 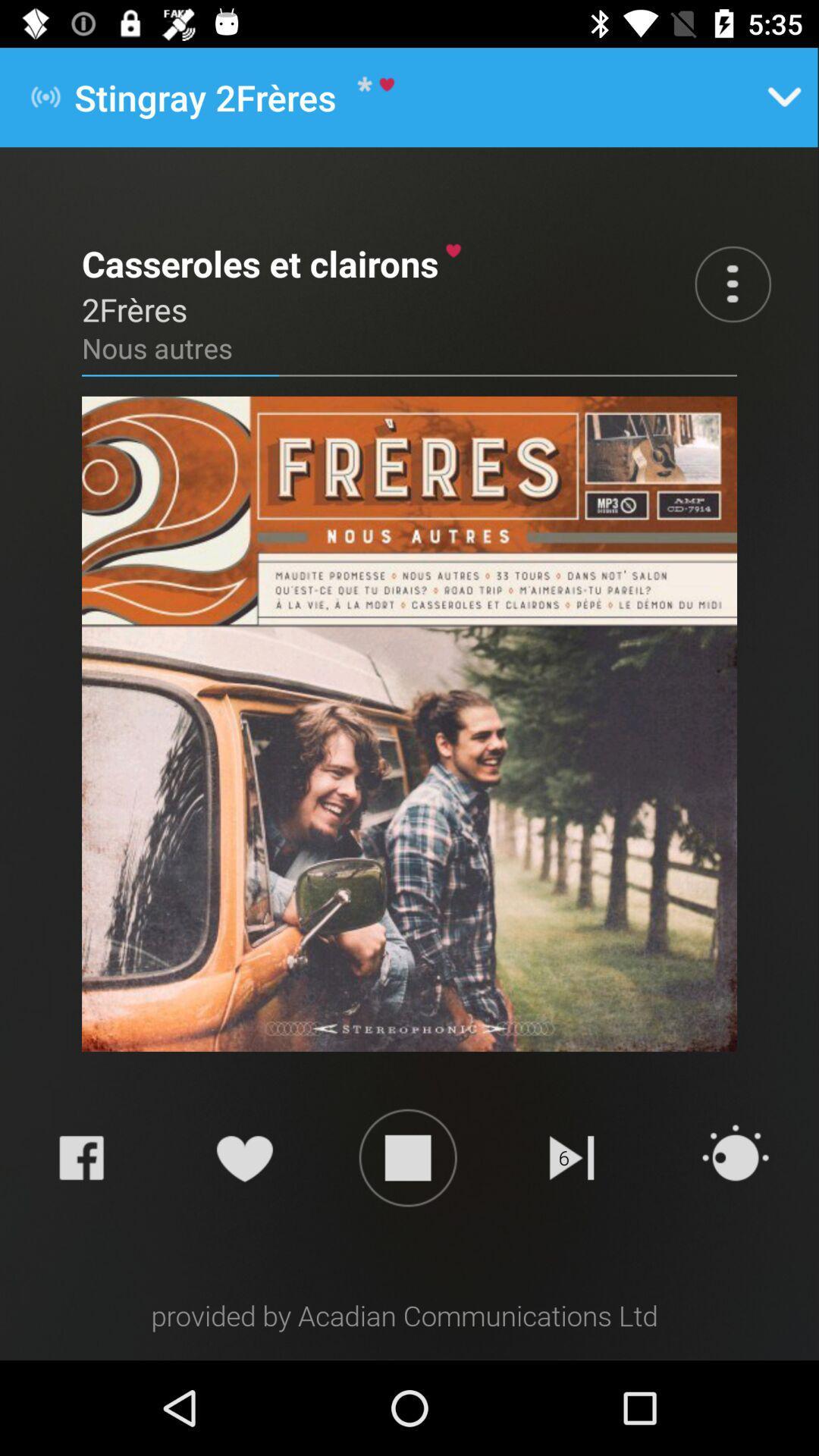 What do you see at coordinates (784, 96) in the screenshot?
I see `the expand_more icon` at bounding box center [784, 96].